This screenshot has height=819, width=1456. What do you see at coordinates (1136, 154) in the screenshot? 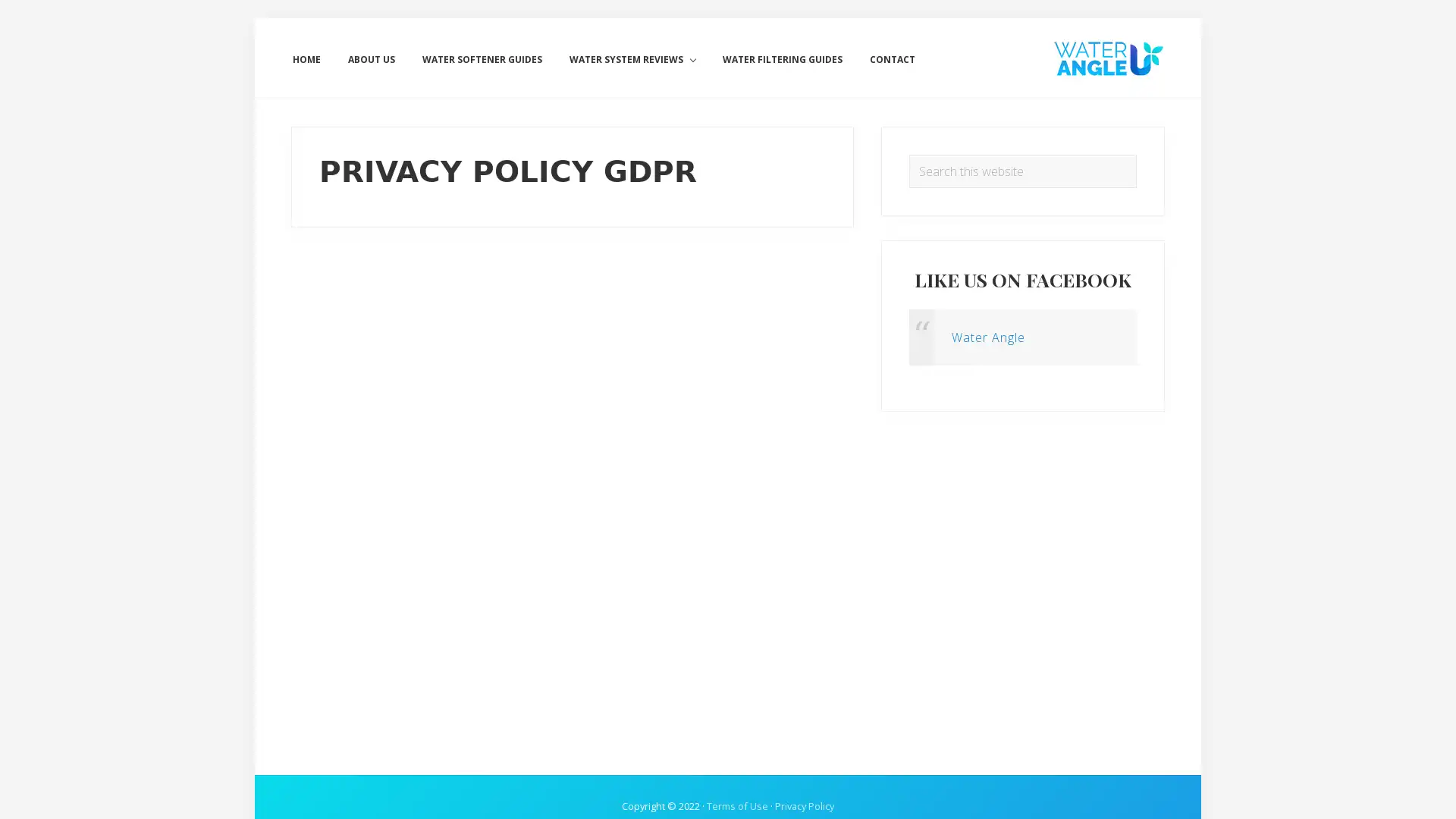
I see `Search` at bounding box center [1136, 154].